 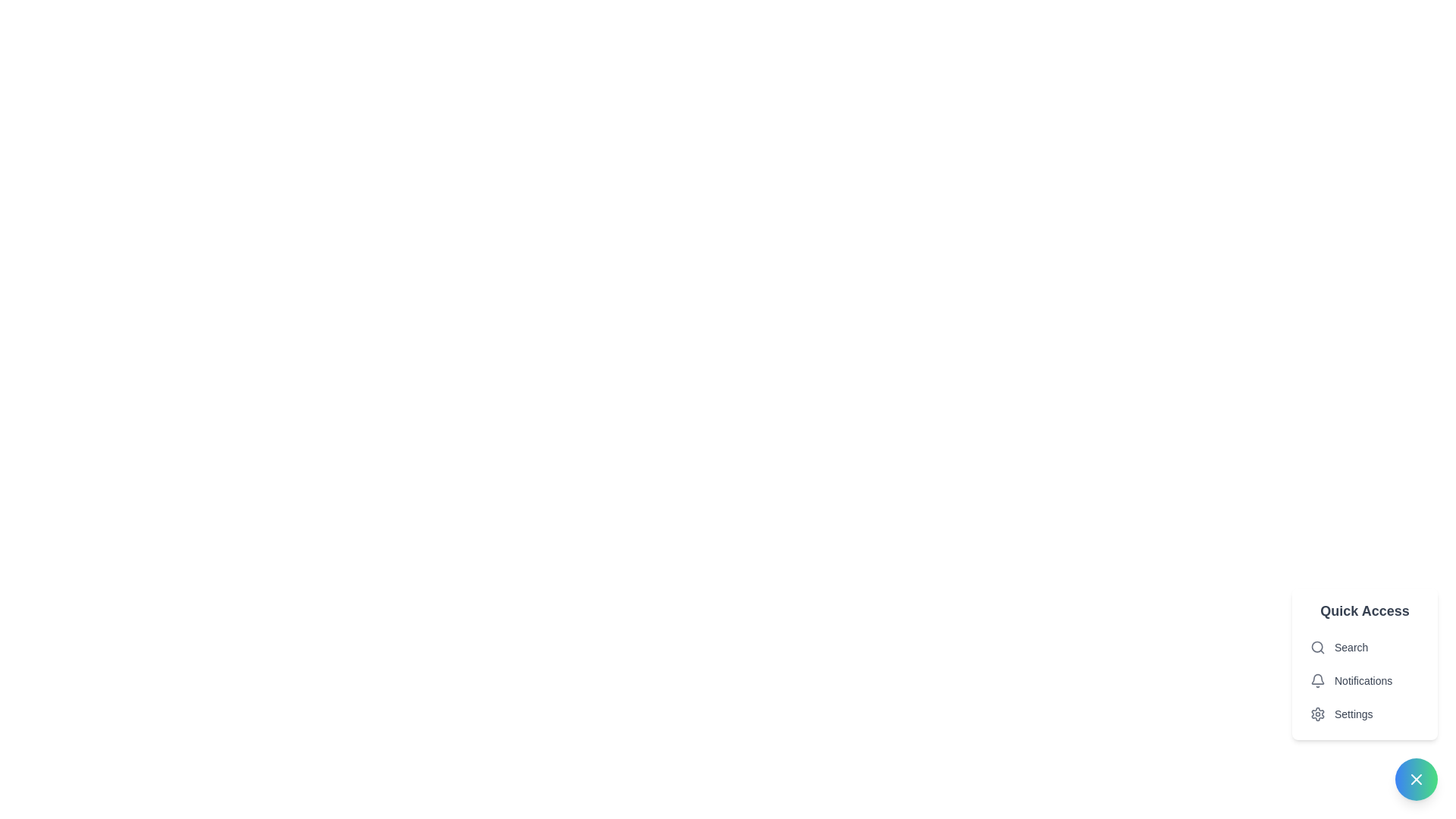 I want to click on the Popup Menu located in the bottom-right corner of the interface, which provides shortcuts for searching, viewing notifications, and accessing settings, so click(x=1365, y=663).